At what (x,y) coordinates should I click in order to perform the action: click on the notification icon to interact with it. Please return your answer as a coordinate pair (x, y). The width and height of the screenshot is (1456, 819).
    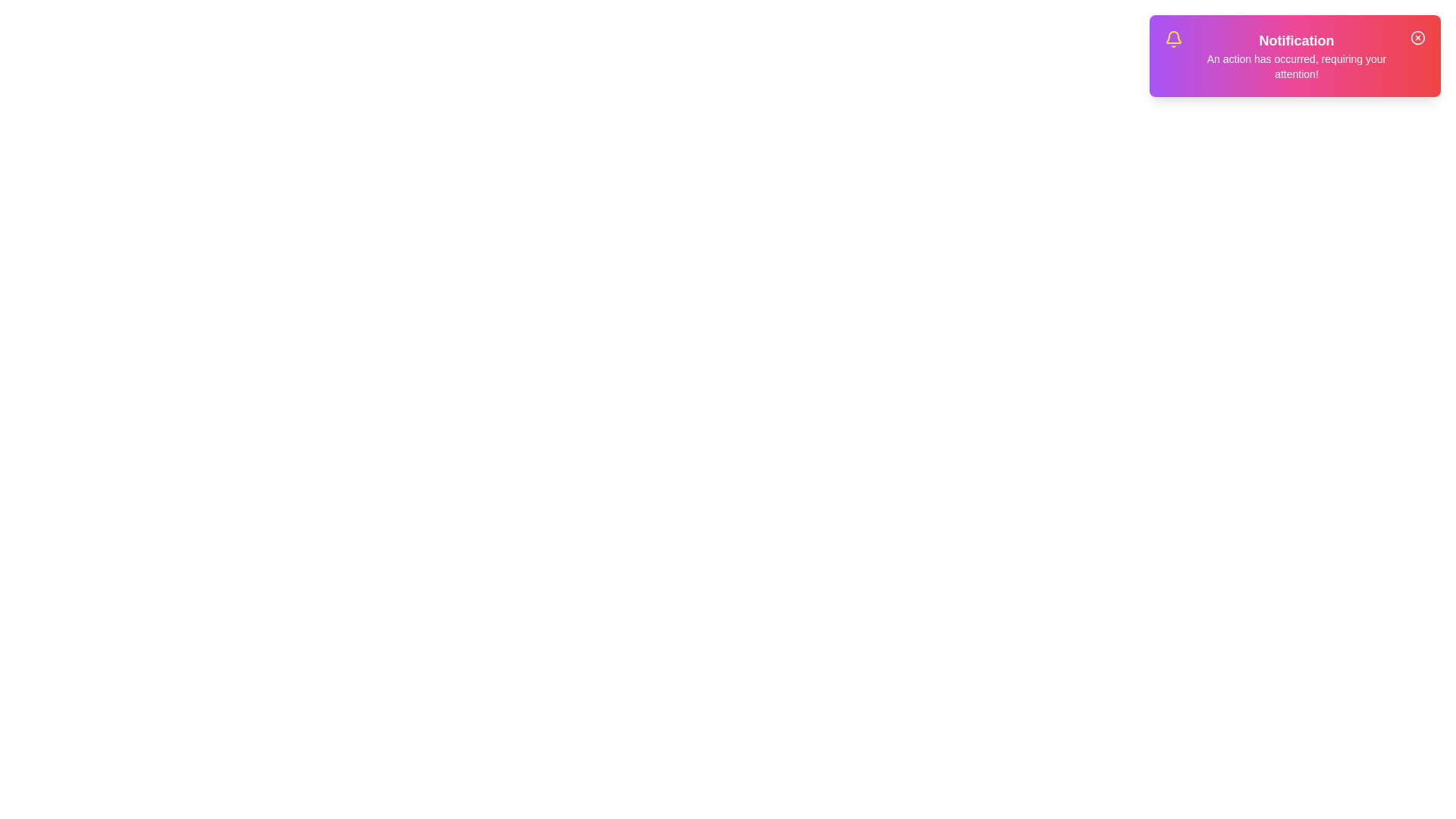
    Looking at the image, I should click on (1173, 38).